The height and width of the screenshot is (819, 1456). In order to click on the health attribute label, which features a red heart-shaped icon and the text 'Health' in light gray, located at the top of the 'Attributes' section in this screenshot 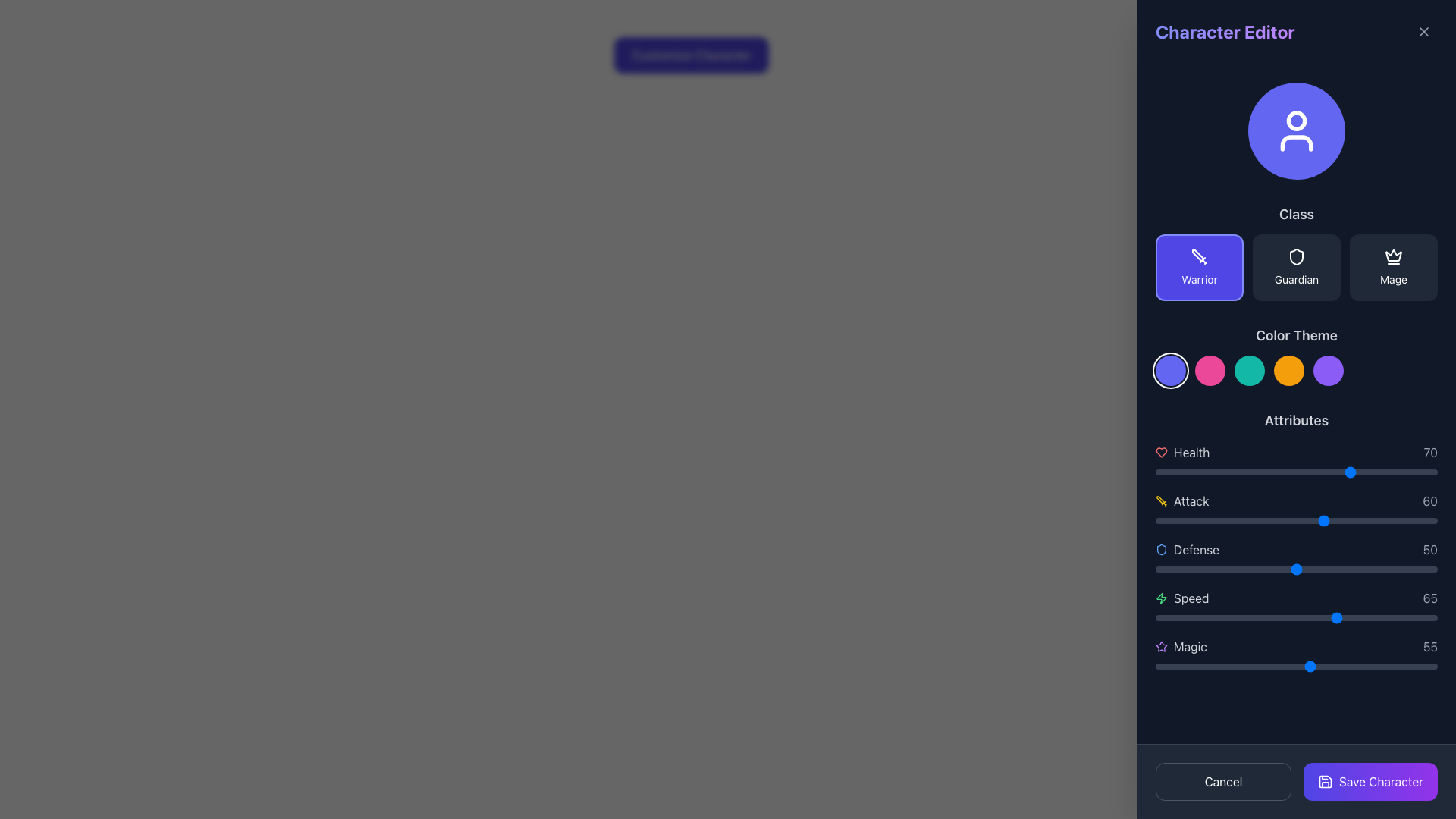, I will do `click(1181, 452)`.